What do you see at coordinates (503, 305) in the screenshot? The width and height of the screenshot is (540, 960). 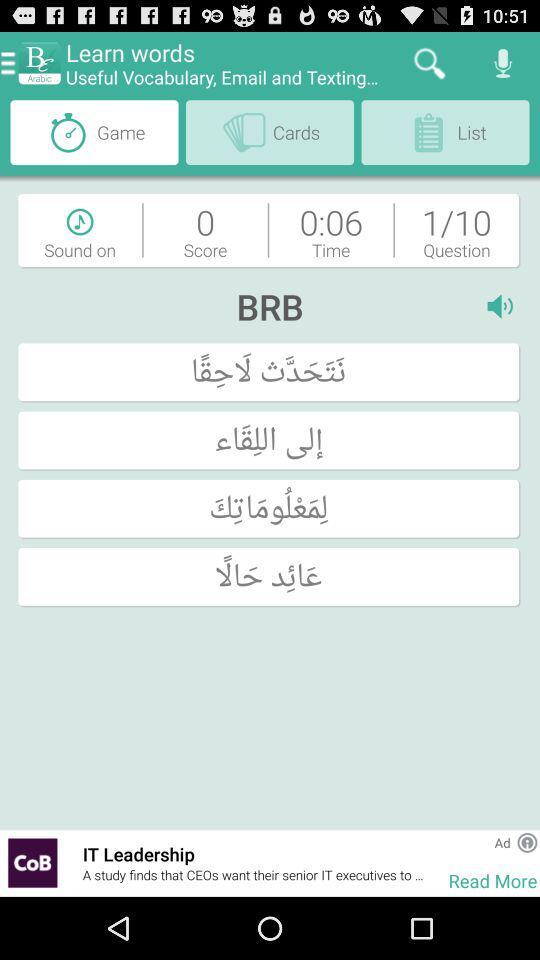 I see `i icon` at bounding box center [503, 305].